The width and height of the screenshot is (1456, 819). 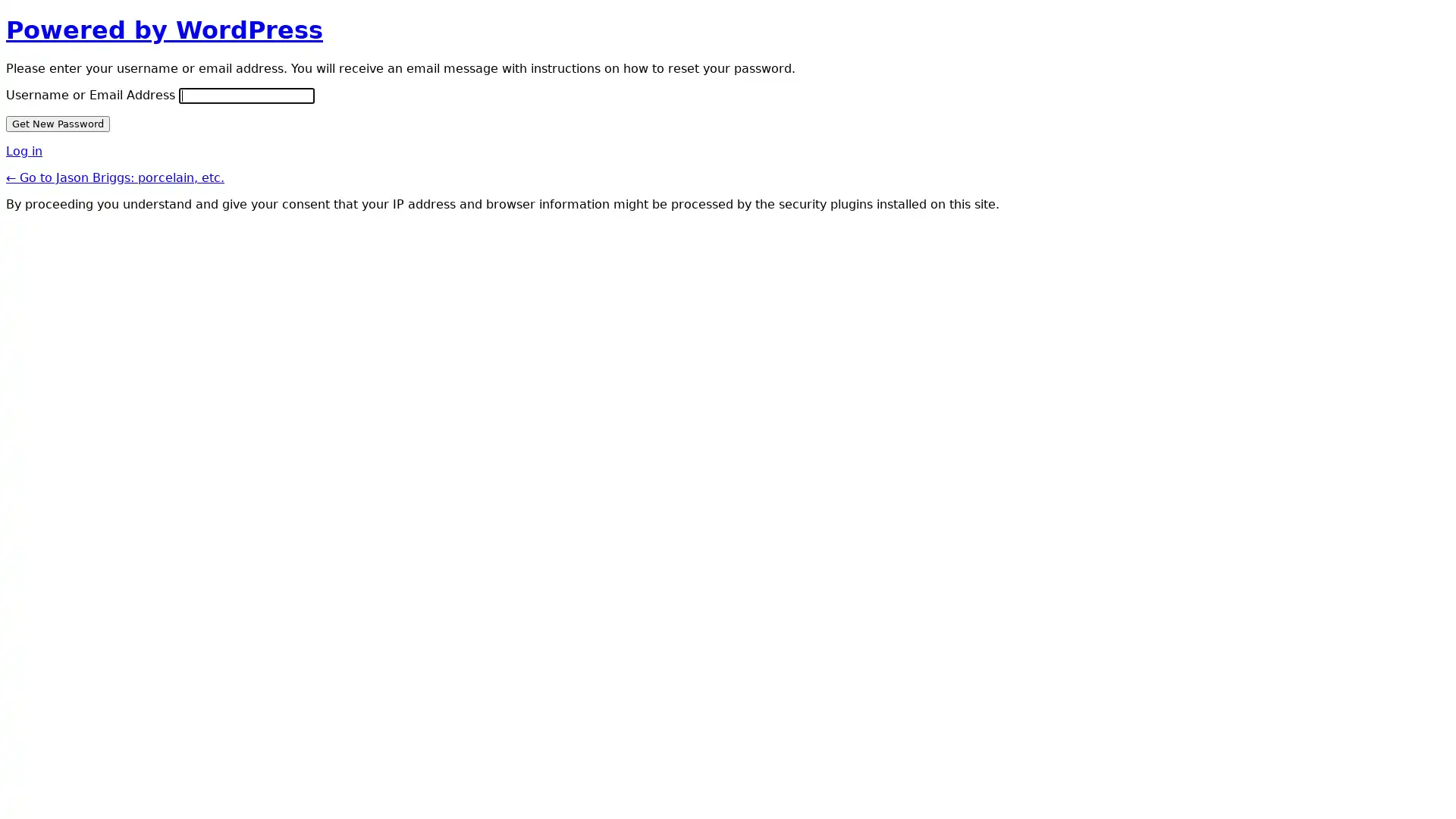 I want to click on Get New Password, so click(x=58, y=122).